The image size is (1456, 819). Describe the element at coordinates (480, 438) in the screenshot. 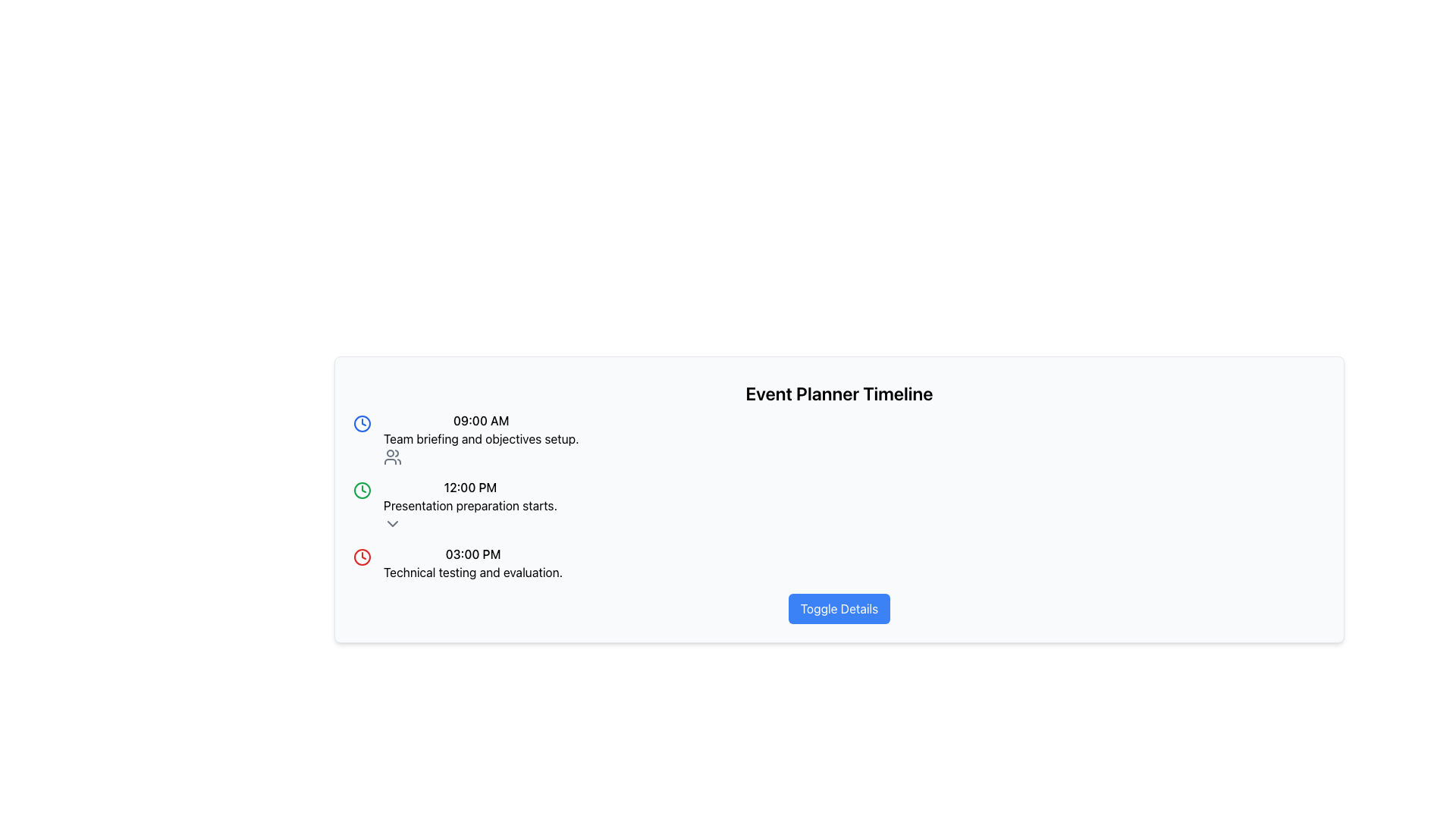

I see `the Text Block representing an event scheduled at 09:00 AM, located under the 'Event Planner Timeline' header, with a blue clock icon on the left` at that location.